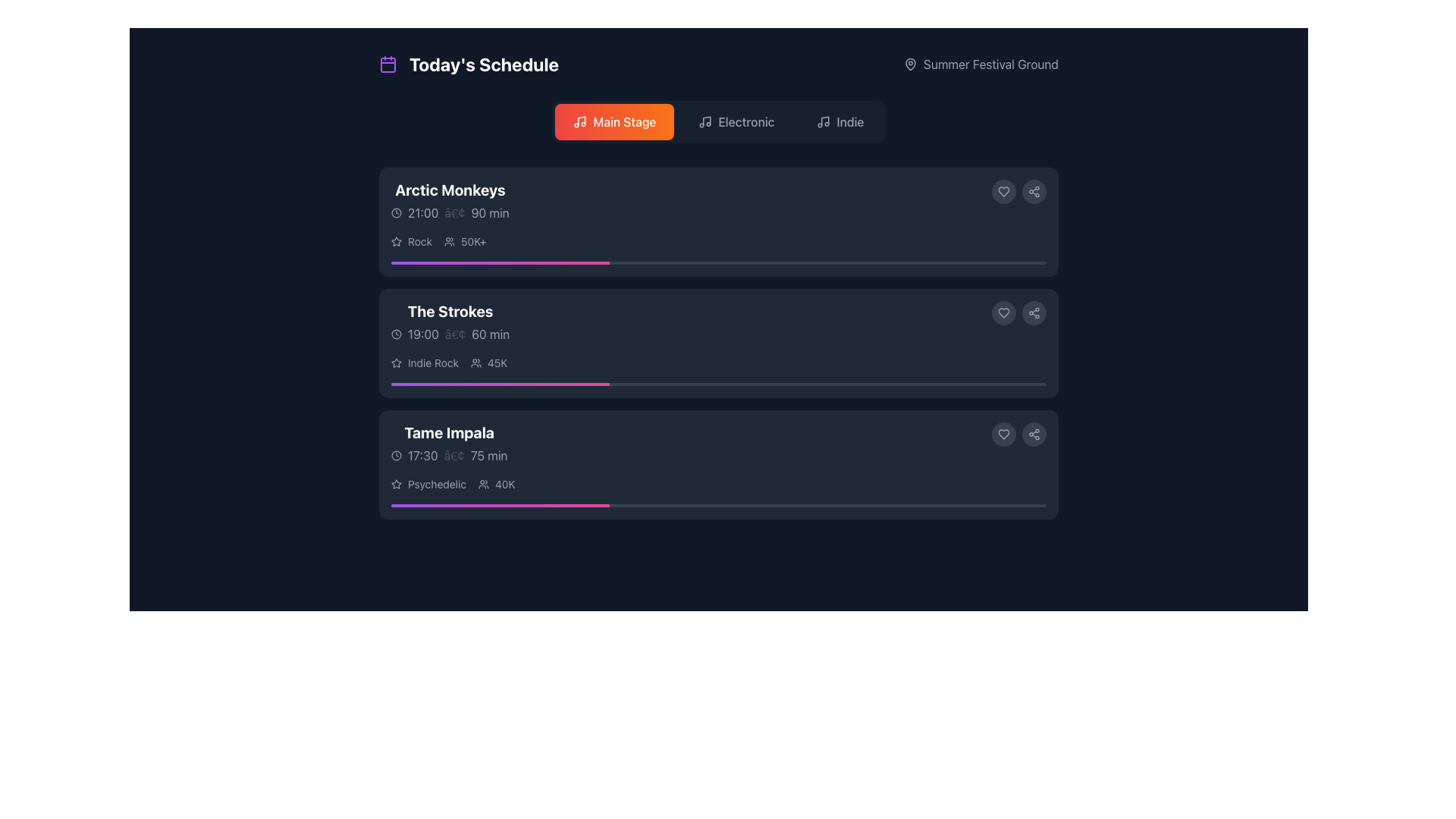 The image size is (1456, 819). I want to click on the text display for the scheduled event information, which shows 'The Strokes' event details, located in the middle event card of the vertical list, so click(450, 321).